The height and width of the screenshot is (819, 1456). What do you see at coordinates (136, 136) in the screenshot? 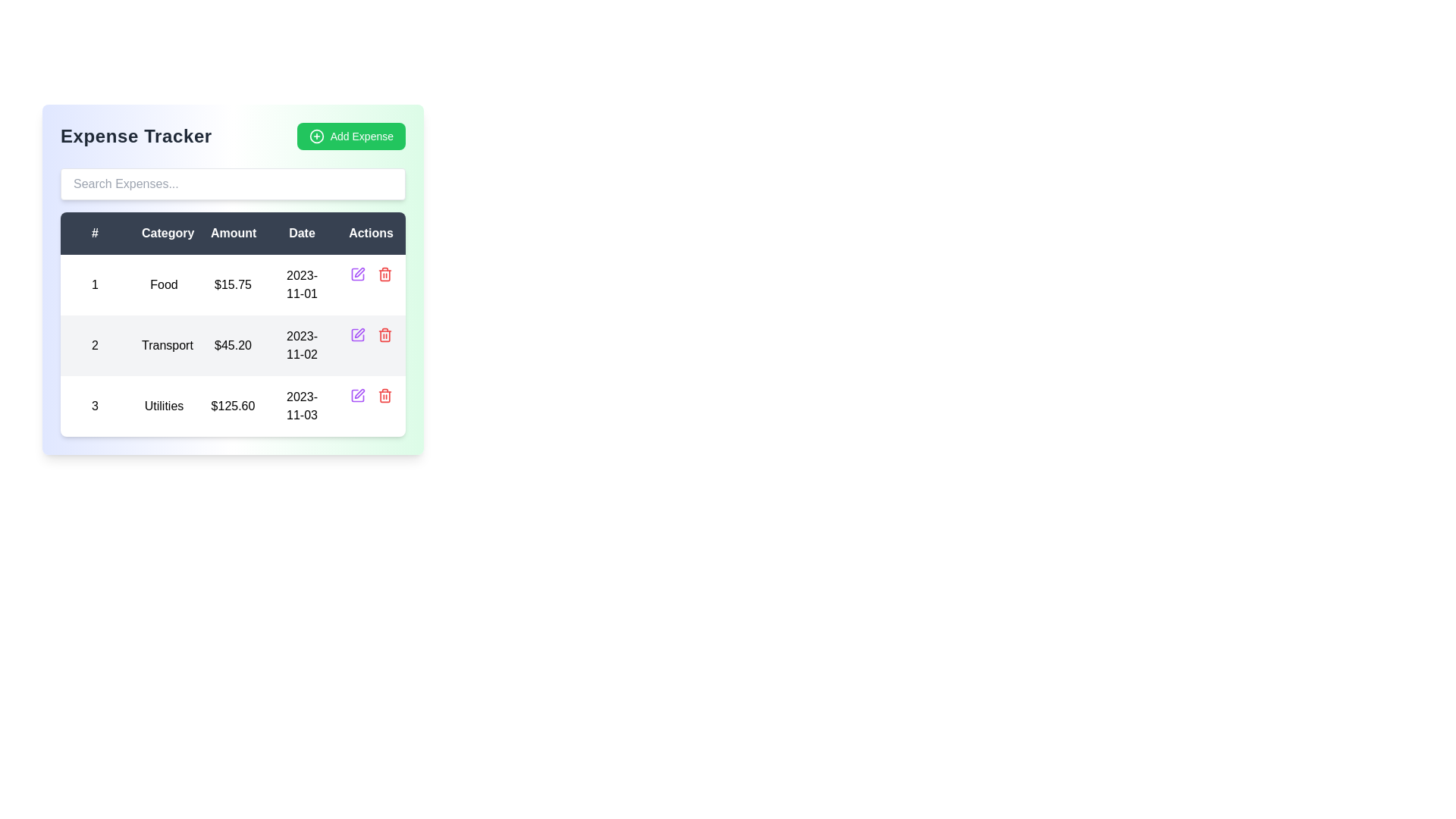
I see `'Expense Tracker' text element displayed in bold at the top left-hand corner of the interface` at bounding box center [136, 136].